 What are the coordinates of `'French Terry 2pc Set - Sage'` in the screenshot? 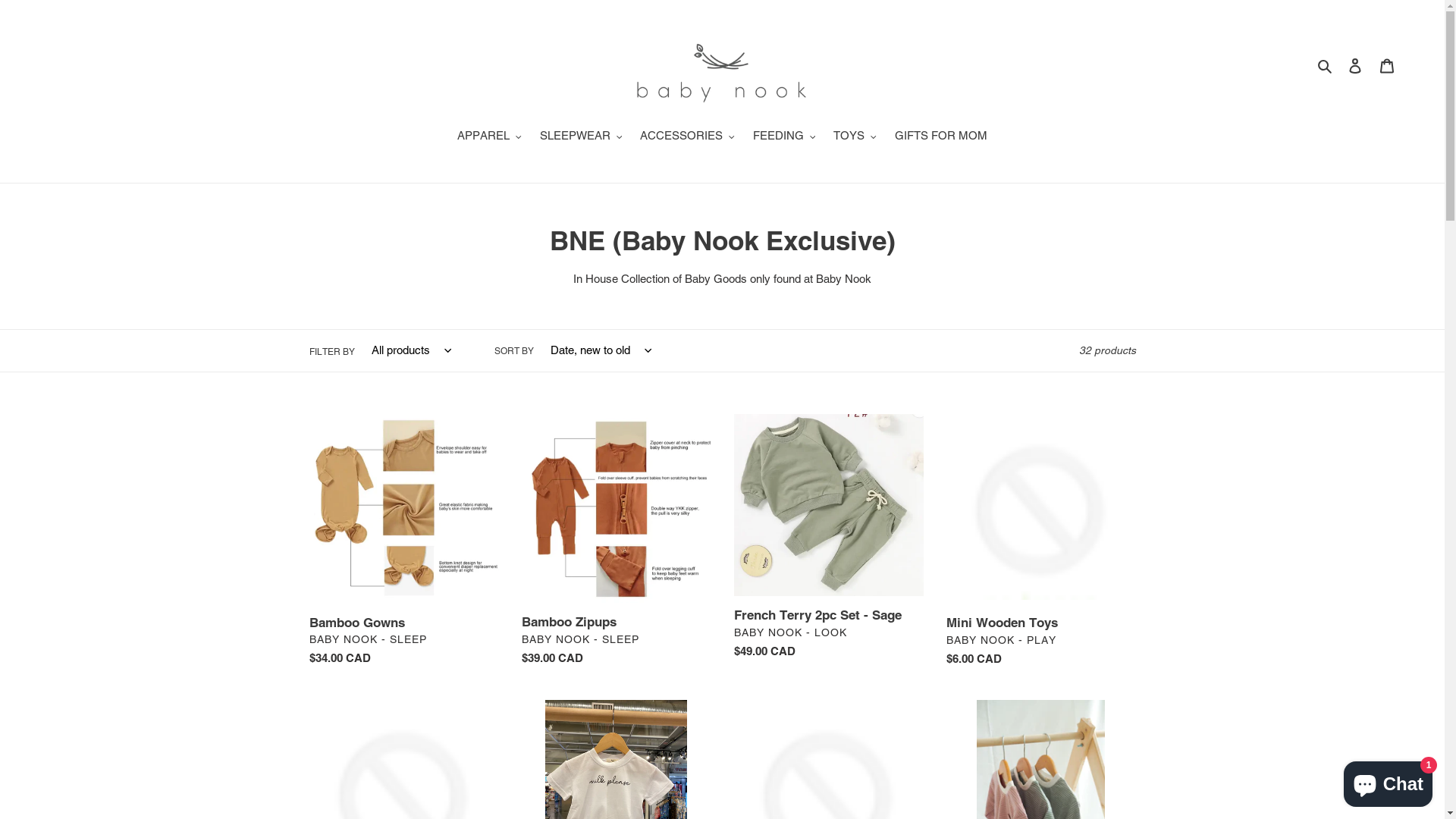 It's located at (828, 539).